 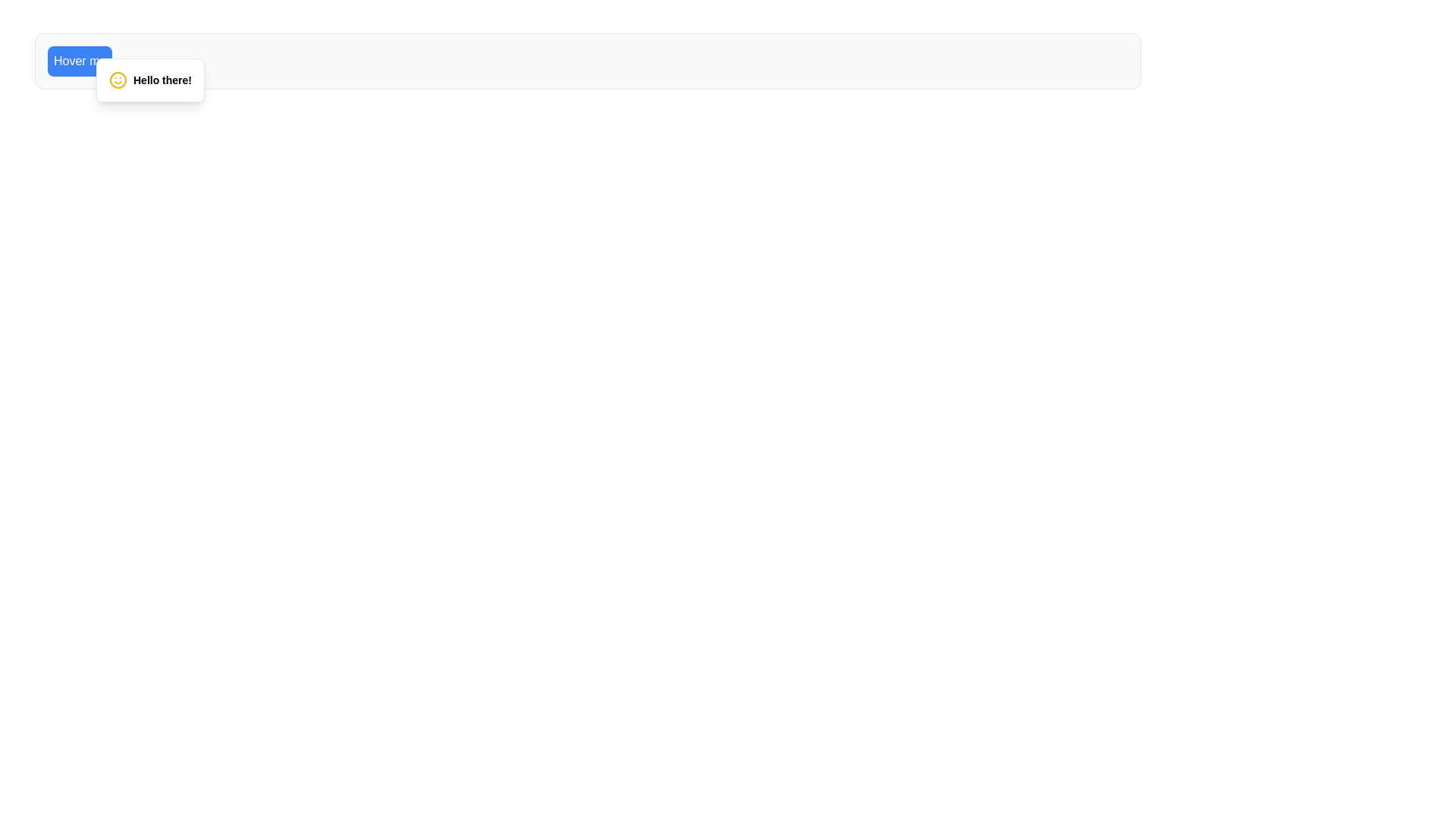 I want to click on the smiley icon located on the left side of the group containing the text 'Hello there!' in the popup box triggered by the blue 'Hover me' button, so click(x=118, y=80).